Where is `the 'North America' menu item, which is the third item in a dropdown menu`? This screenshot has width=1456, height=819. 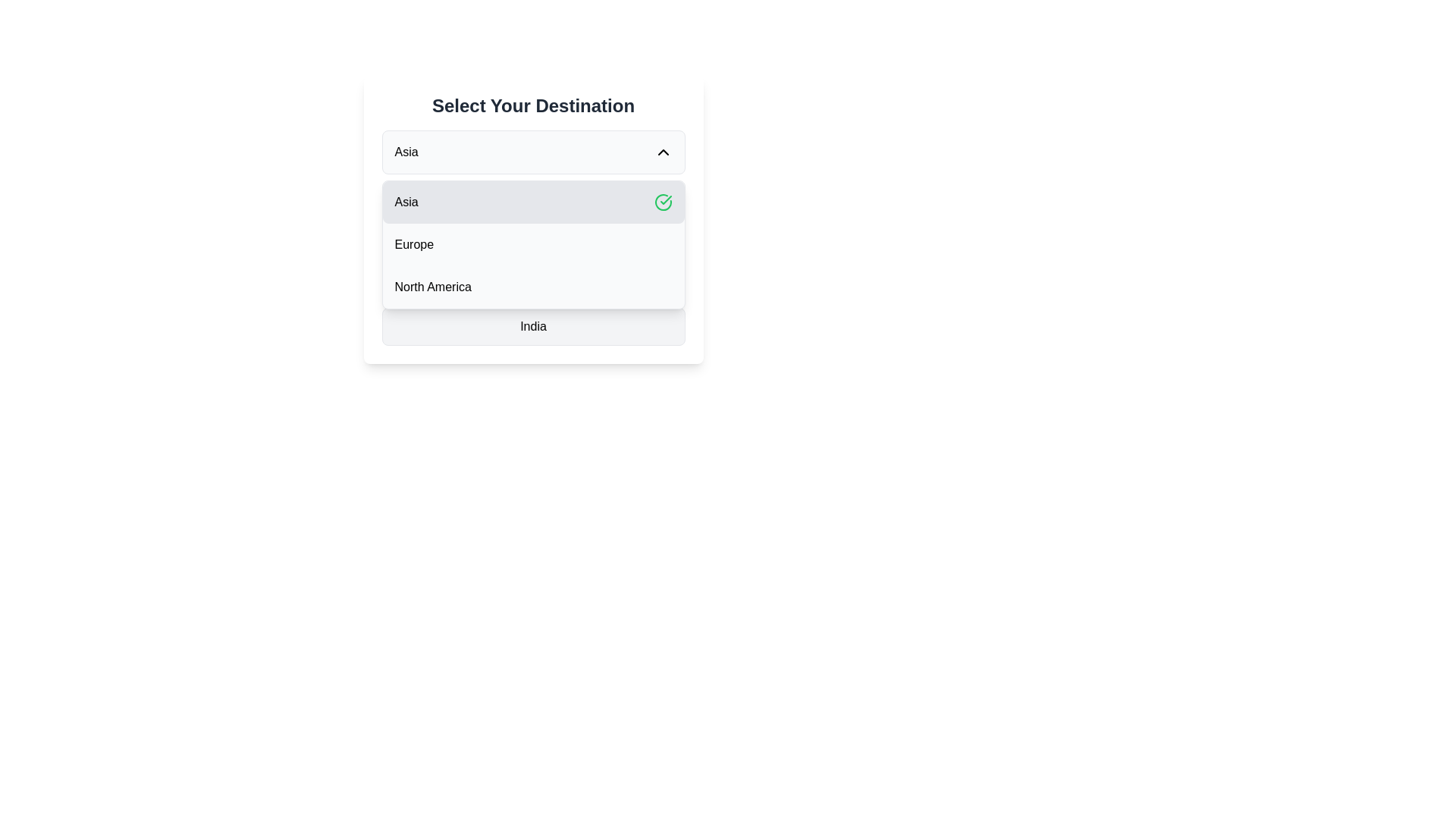
the 'North America' menu item, which is the third item in a dropdown menu is located at coordinates (533, 287).